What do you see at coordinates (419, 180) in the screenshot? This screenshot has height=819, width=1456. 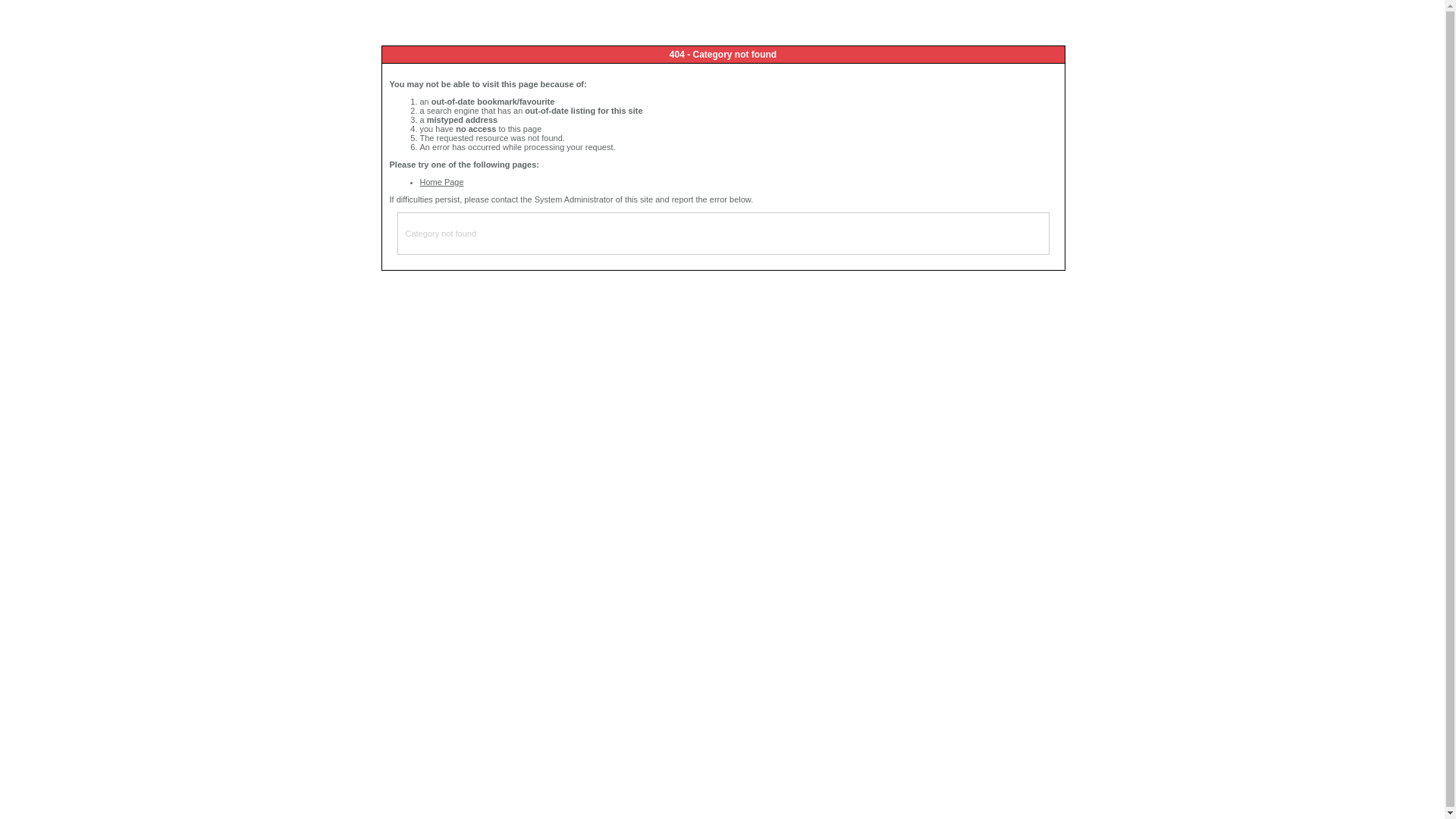 I see `'Home Page'` at bounding box center [419, 180].